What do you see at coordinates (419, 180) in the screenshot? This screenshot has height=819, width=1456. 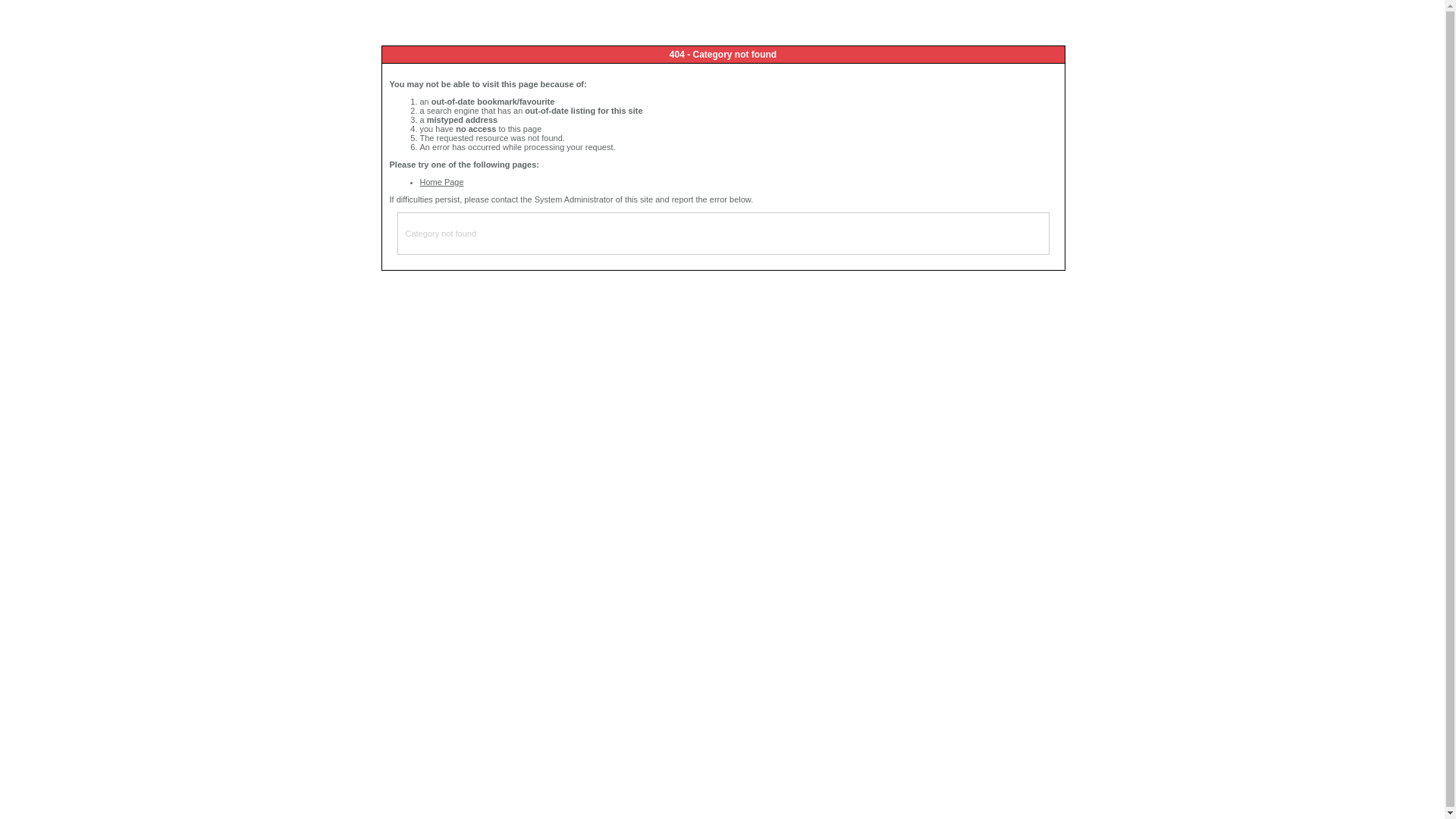 I see `'Home Page'` at bounding box center [419, 180].